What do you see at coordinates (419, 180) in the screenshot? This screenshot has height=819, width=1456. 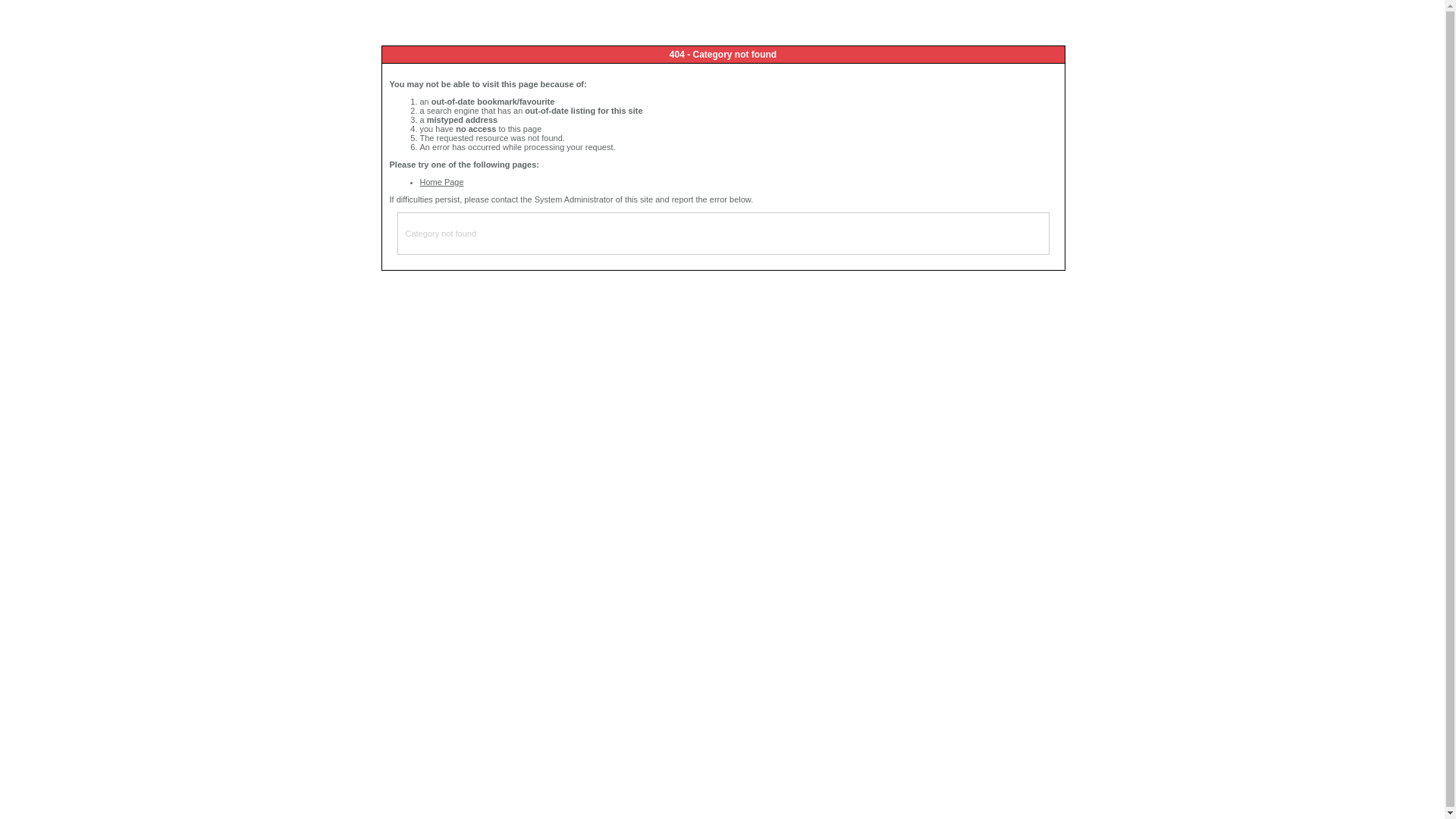 I see `'Home Page'` at bounding box center [419, 180].